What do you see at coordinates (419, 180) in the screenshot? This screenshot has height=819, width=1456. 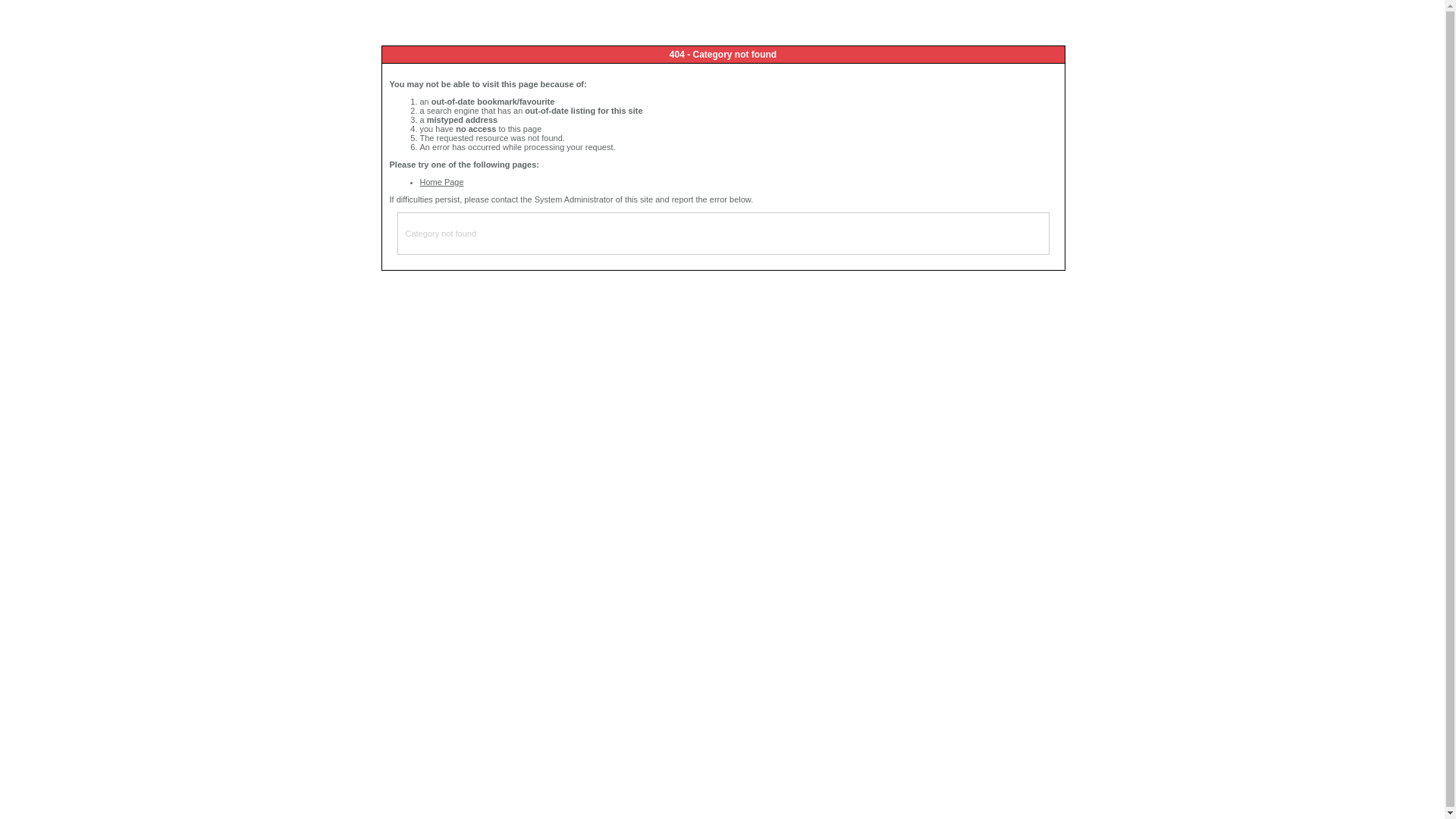 I see `'Home Page'` at bounding box center [419, 180].